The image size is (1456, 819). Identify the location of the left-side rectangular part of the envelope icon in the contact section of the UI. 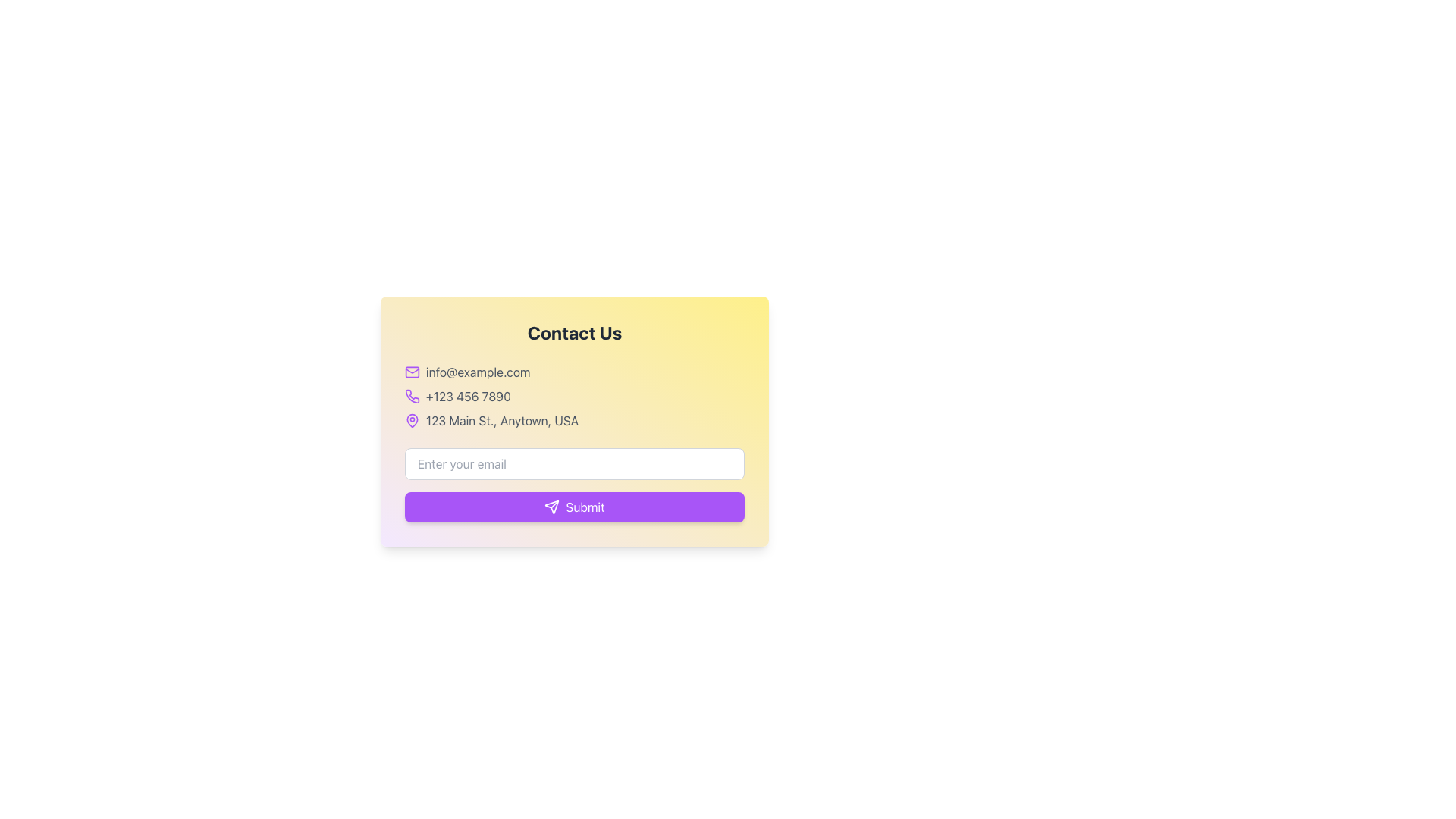
(412, 372).